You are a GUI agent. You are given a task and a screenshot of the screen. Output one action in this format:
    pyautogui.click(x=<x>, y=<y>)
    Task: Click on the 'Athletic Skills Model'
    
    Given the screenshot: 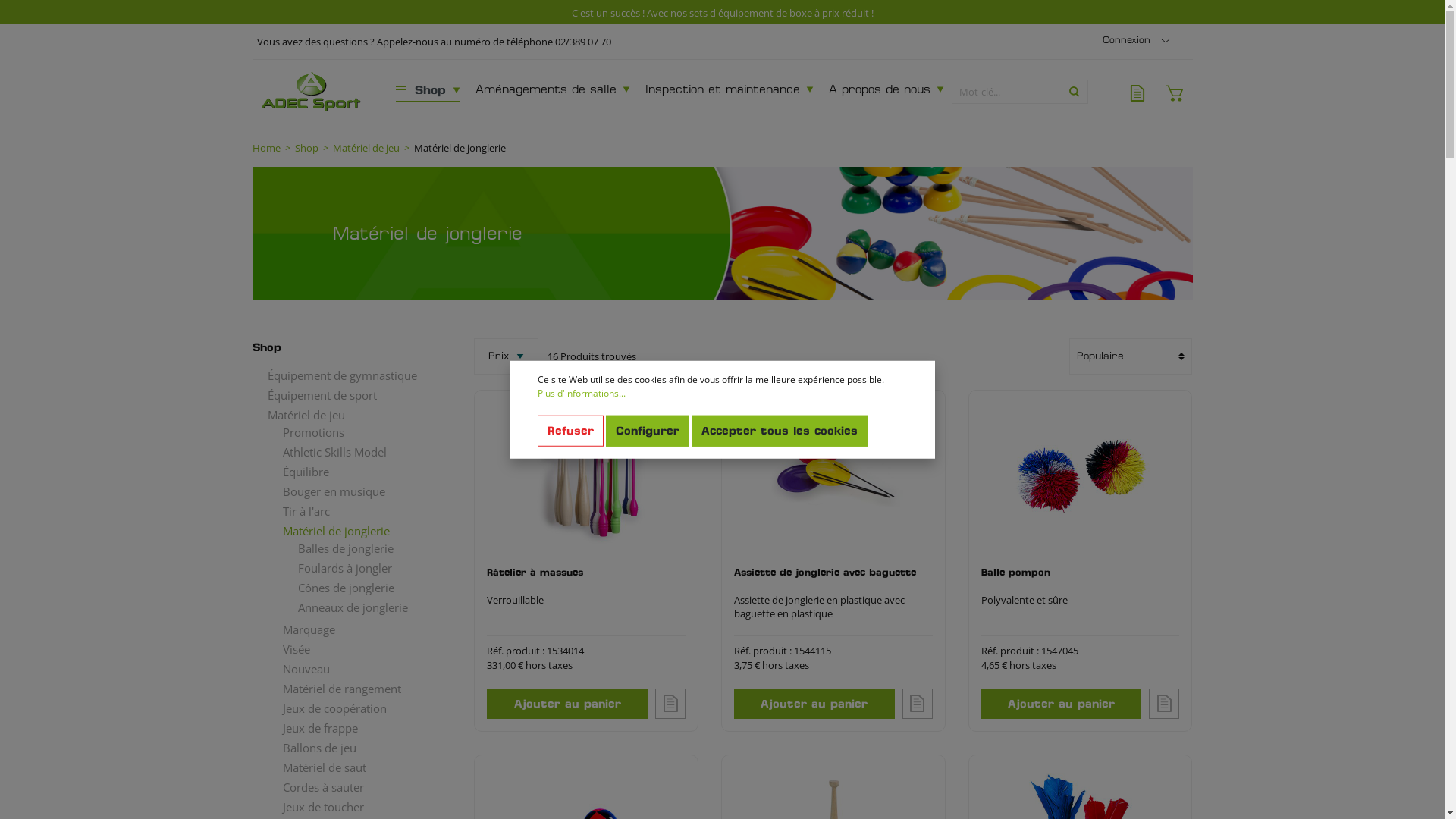 What is the action you would take?
    pyautogui.click(x=354, y=451)
    